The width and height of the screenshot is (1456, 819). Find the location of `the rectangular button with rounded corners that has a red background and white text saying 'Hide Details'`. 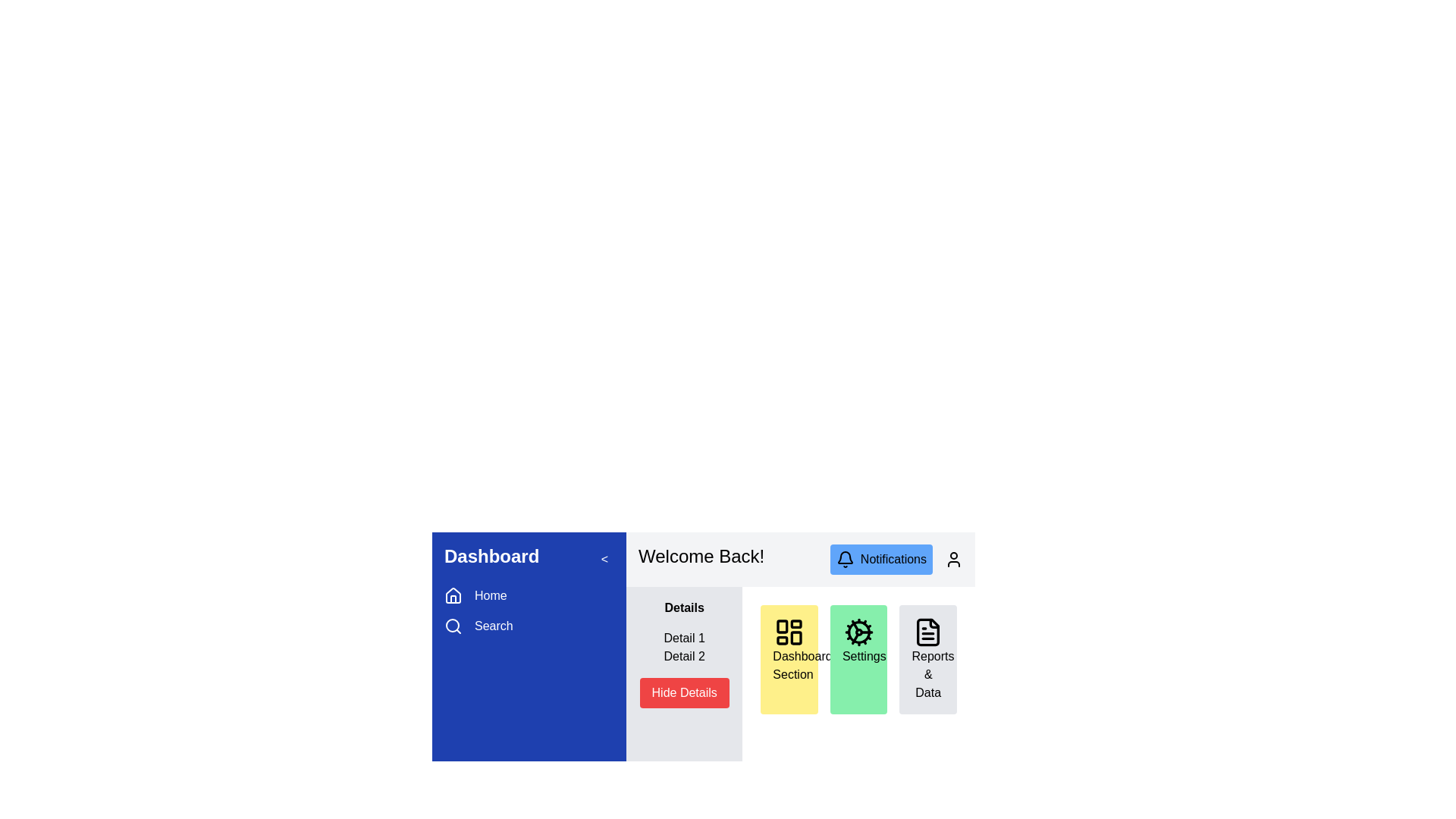

the rectangular button with rounded corners that has a red background and white text saying 'Hide Details' is located at coordinates (683, 693).